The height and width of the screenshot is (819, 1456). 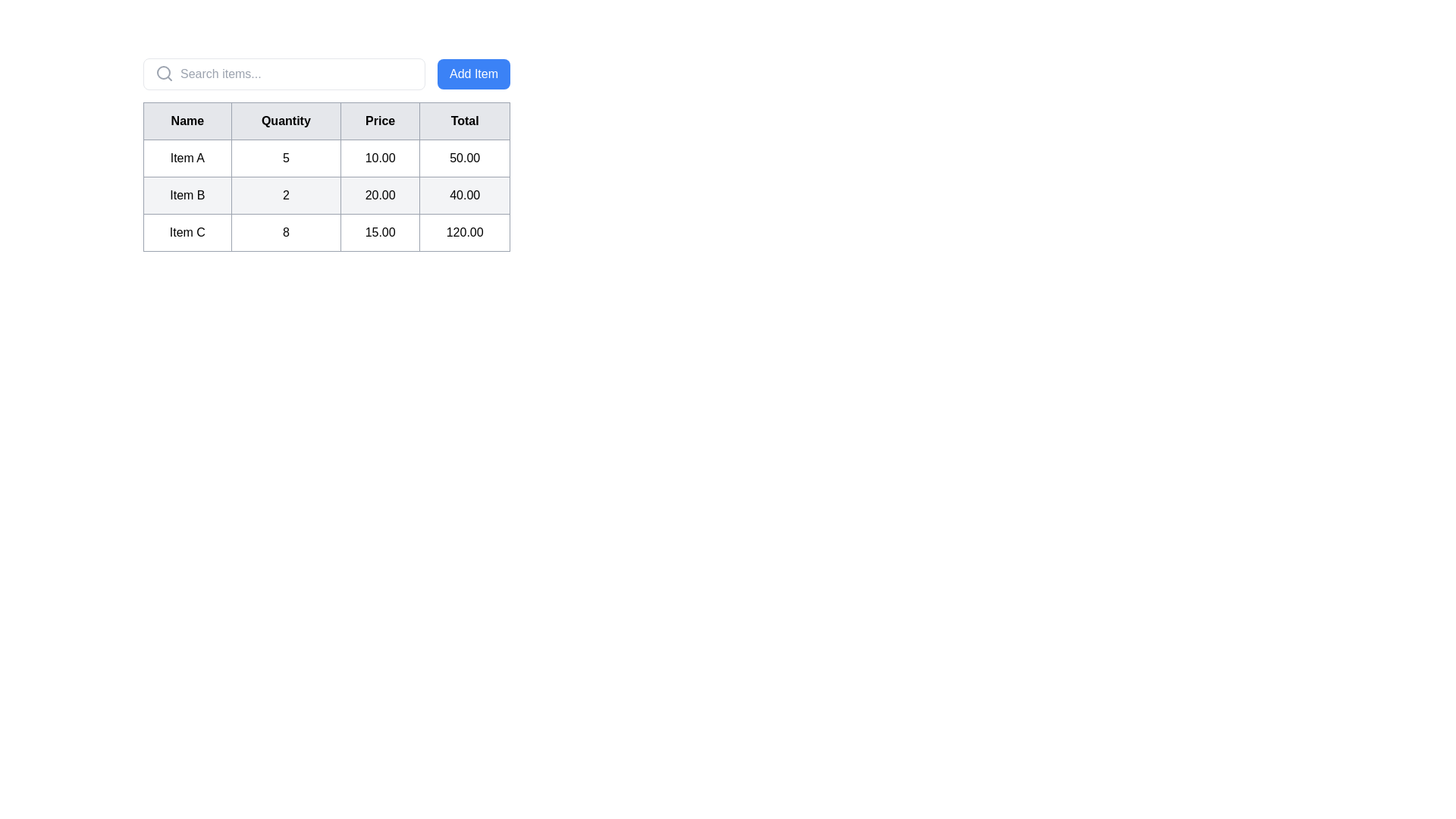 I want to click on the Table Cell in the third row under the 'Quantity' column, which indicates the quantity of 'Item C', so click(x=286, y=233).